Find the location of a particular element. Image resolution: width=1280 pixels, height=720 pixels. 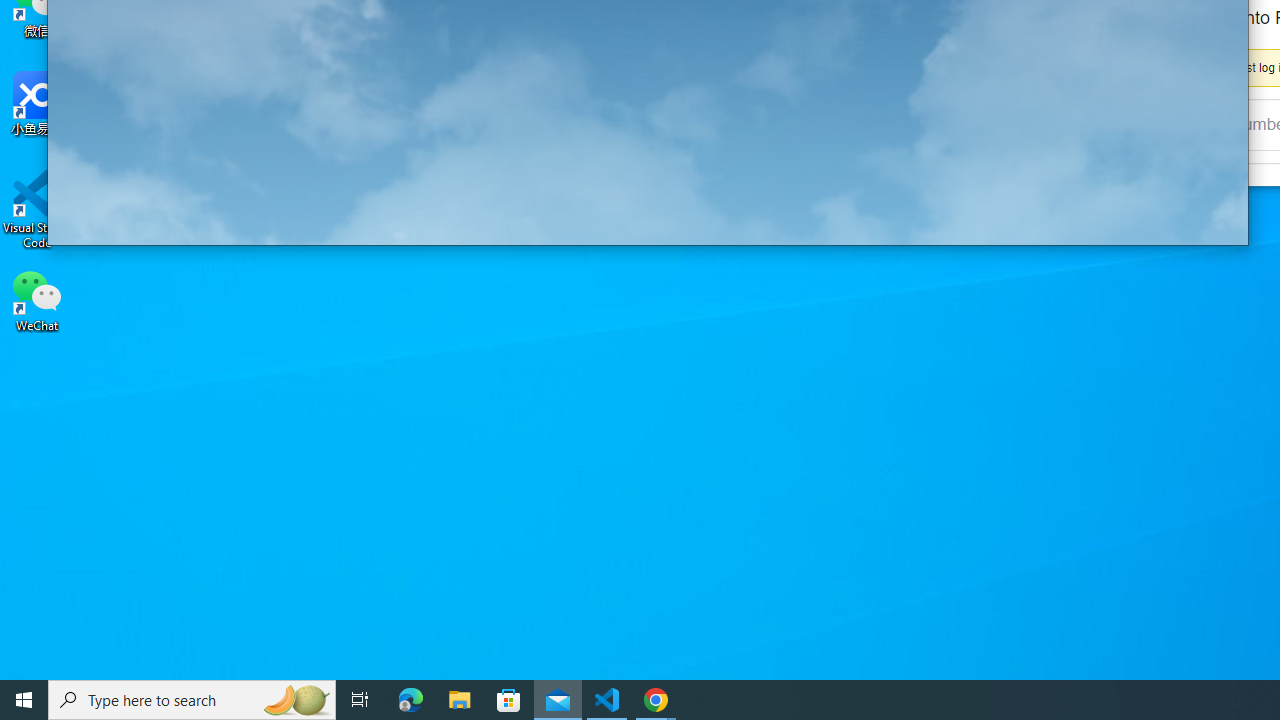

'Task View' is located at coordinates (359, 698).